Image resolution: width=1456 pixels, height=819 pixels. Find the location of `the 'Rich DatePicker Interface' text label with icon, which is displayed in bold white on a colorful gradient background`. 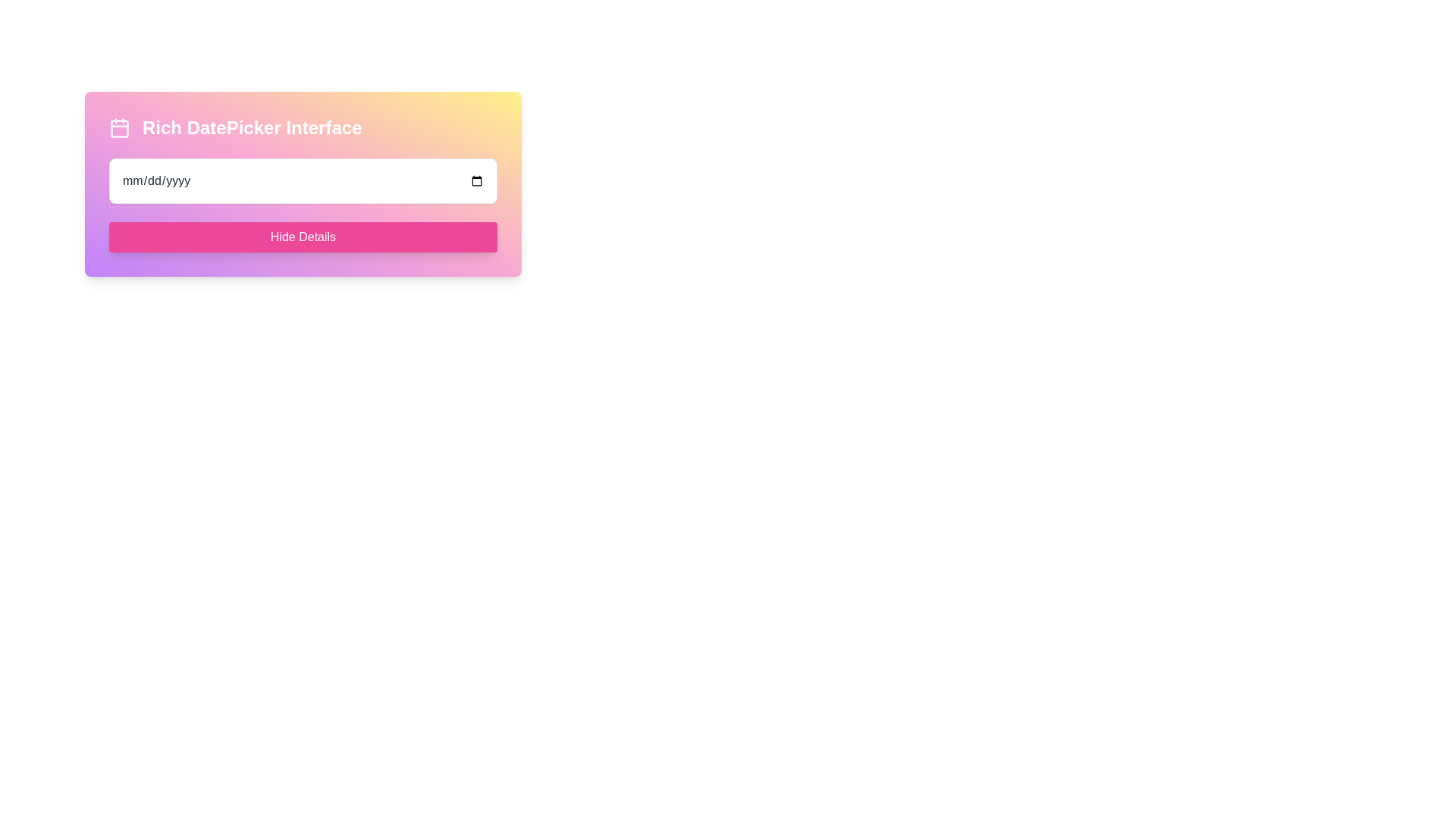

the 'Rich DatePicker Interface' text label with icon, which is displayed in bold white on a colorful gradient background is located at coordinates (303, 127).